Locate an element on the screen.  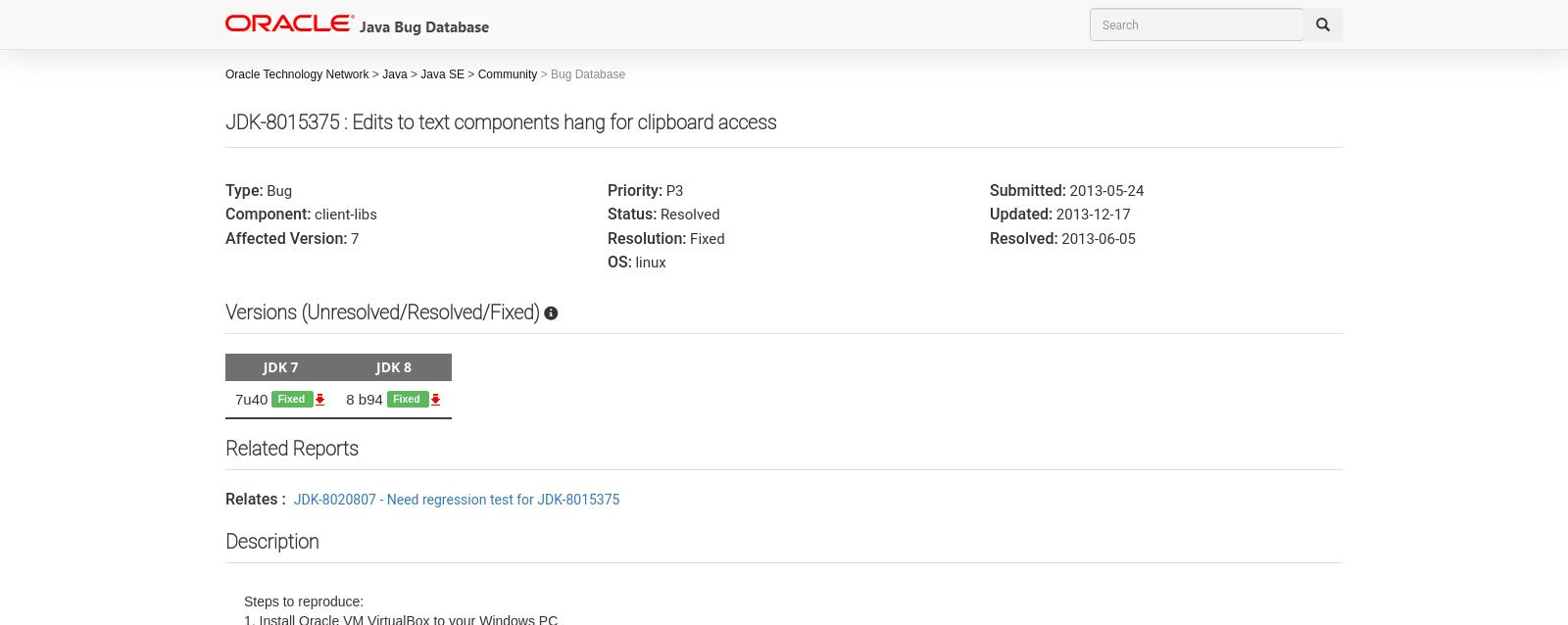
'JDK-8020807 - Need regression test for JDK-8015375' is located at coordinates (293, 497).